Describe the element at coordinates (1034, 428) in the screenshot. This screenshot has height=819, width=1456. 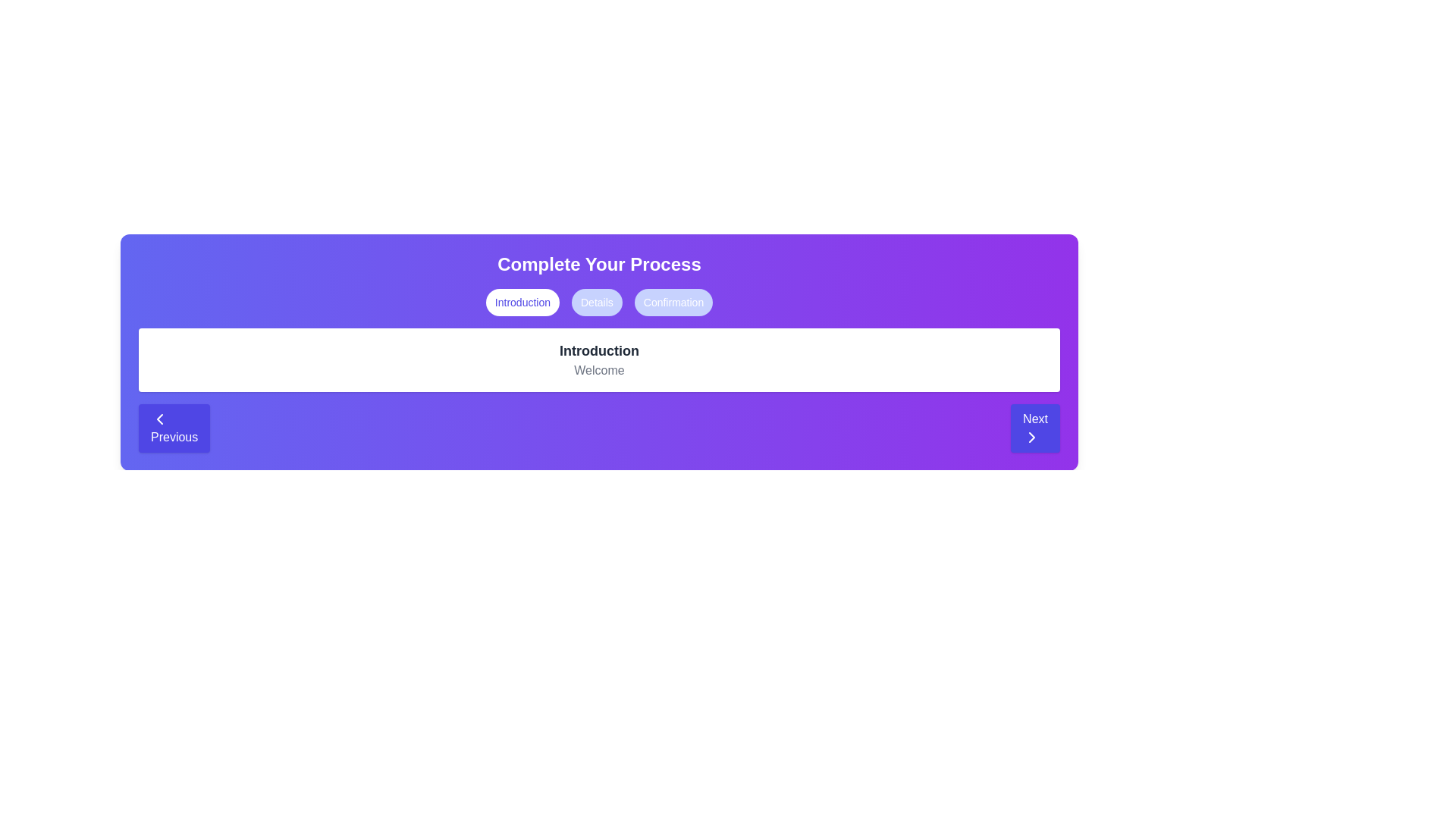
I see `the 'Next' navigation button located at the bottom-right corner of the interface` at that location.